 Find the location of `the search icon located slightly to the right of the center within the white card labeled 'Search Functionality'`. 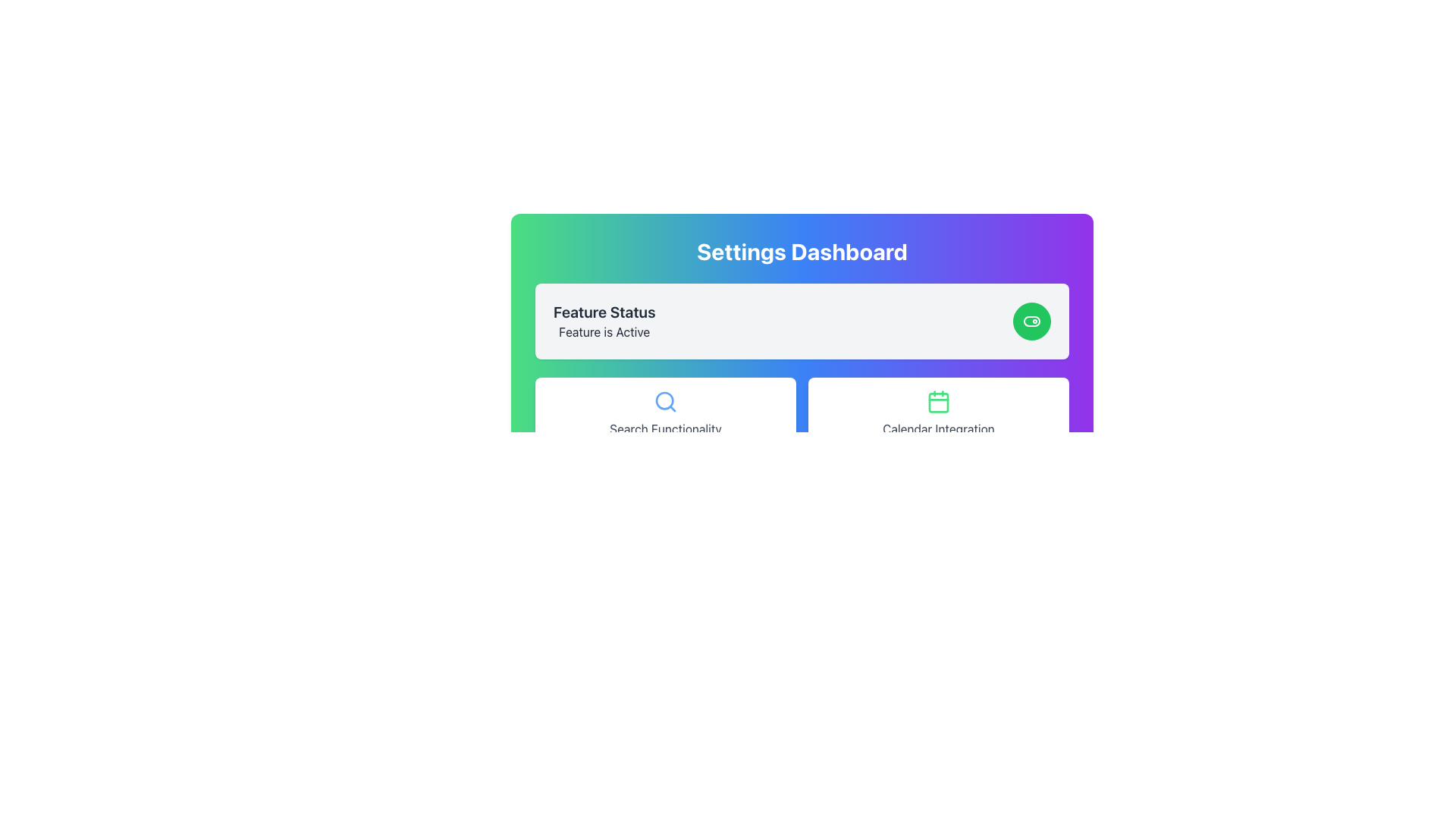

the search icon located slightly to the right of the center within the white card labeled 'Search Functionality' is located at coordinates (666, 400).